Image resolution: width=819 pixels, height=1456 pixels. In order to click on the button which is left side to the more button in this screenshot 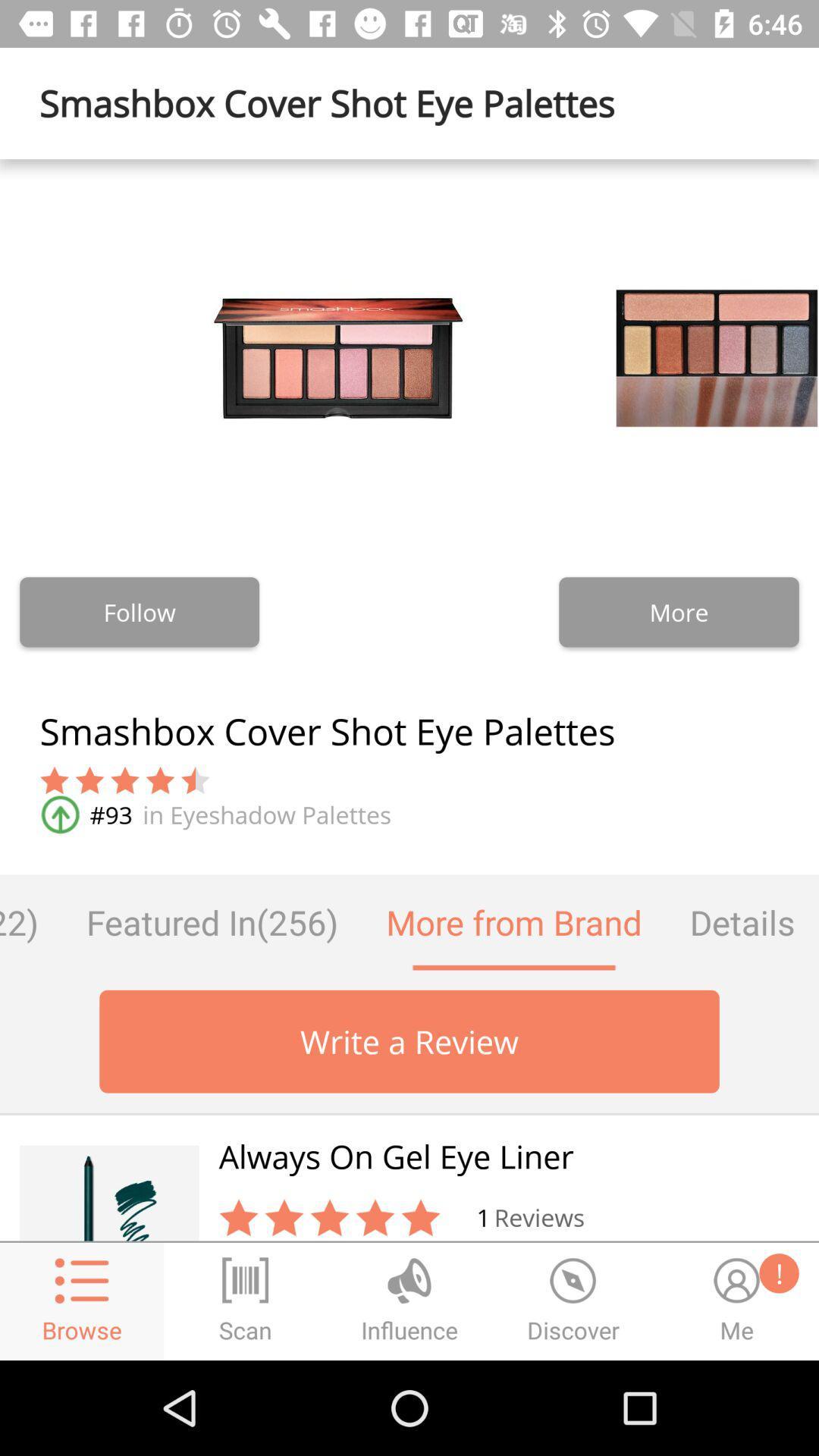, I will do `click(140, 612)`.